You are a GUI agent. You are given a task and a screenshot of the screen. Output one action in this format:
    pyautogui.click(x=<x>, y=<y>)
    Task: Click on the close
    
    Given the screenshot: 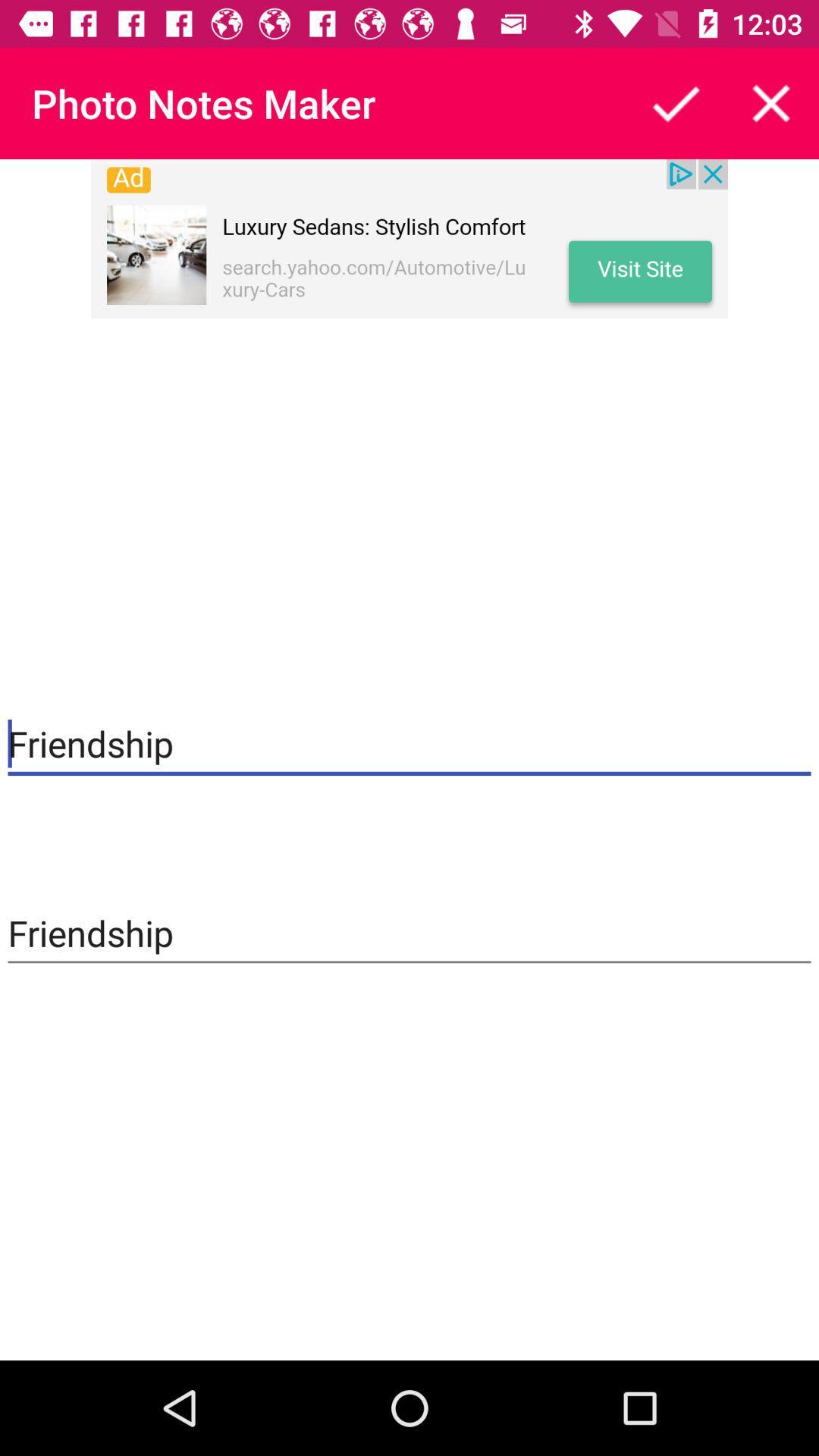 What is the action you would take?
    pyautogui.click(x=771, y=102)
    